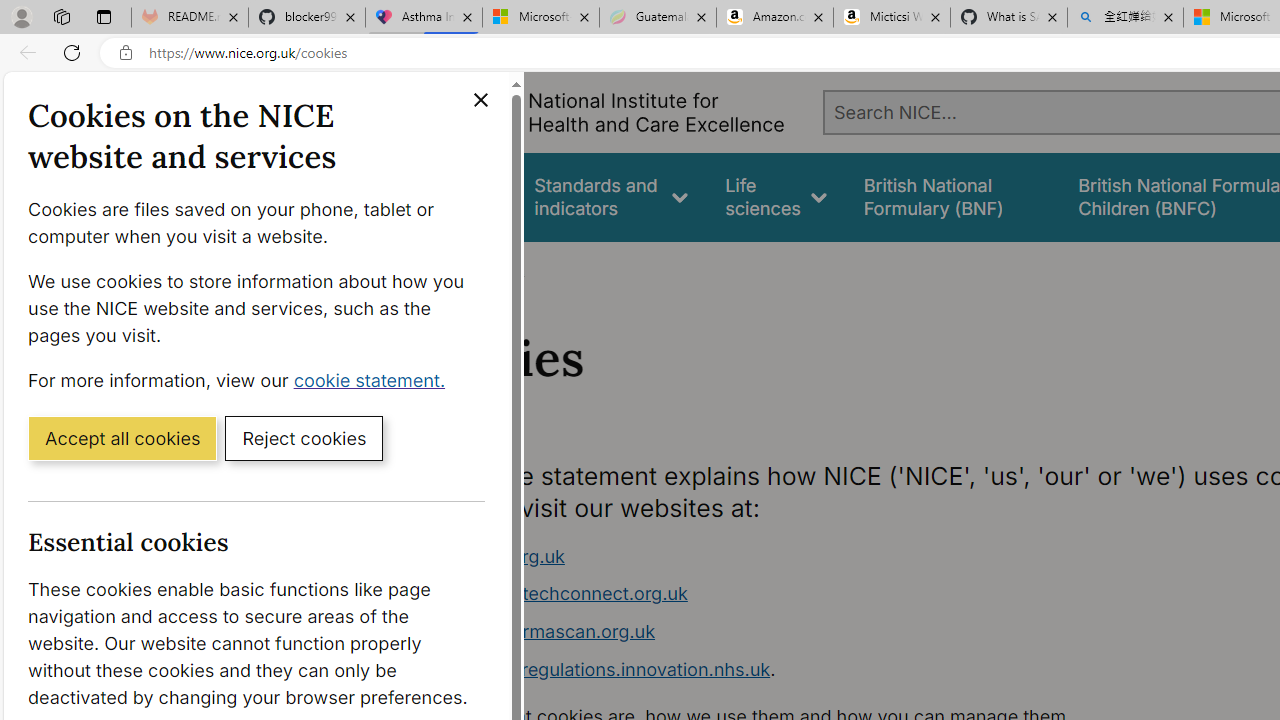 The image size is (1280, 720). What do you see at coordinates (423, 17) in the screenshot?
I see `'Asthma Inhalers: Names and Types'` at bounding box center [423, 17].